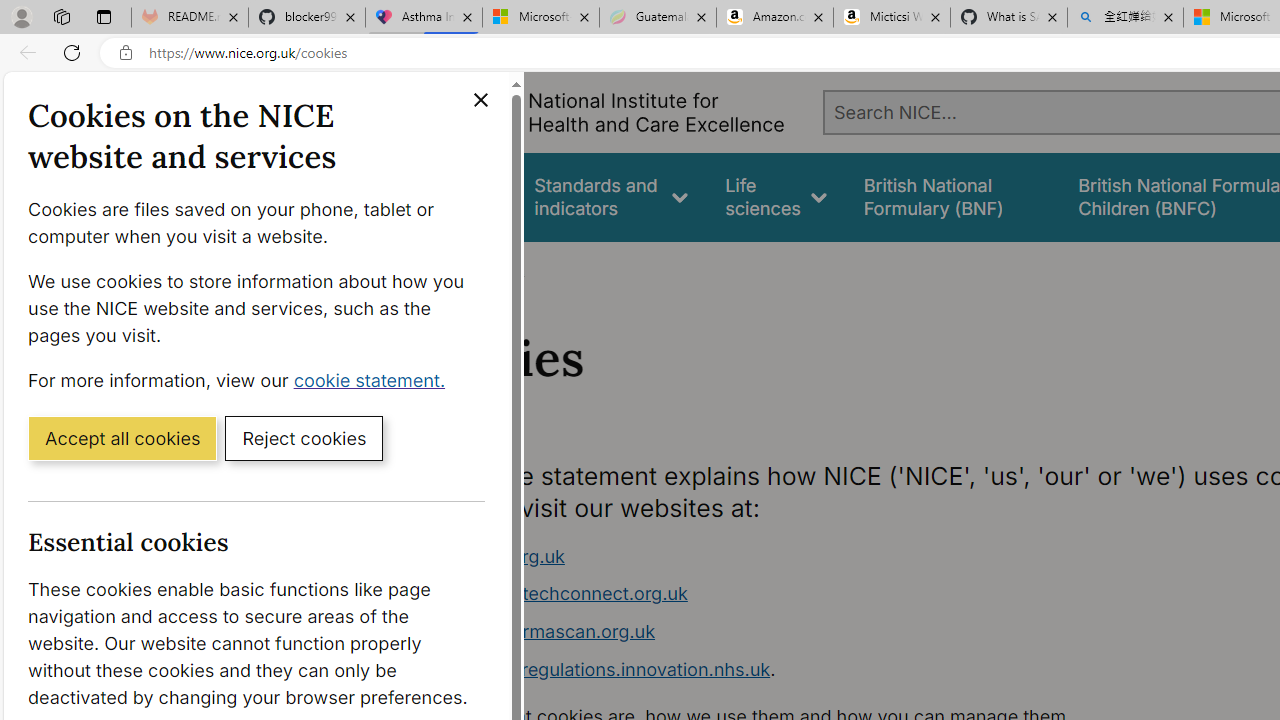 The image size is (1280, 720). What do you see at coordinates (423, 17) in the screenshot?
I see `'Asthma Inhalers: Names and Types'` at bounding box center [423, 17].